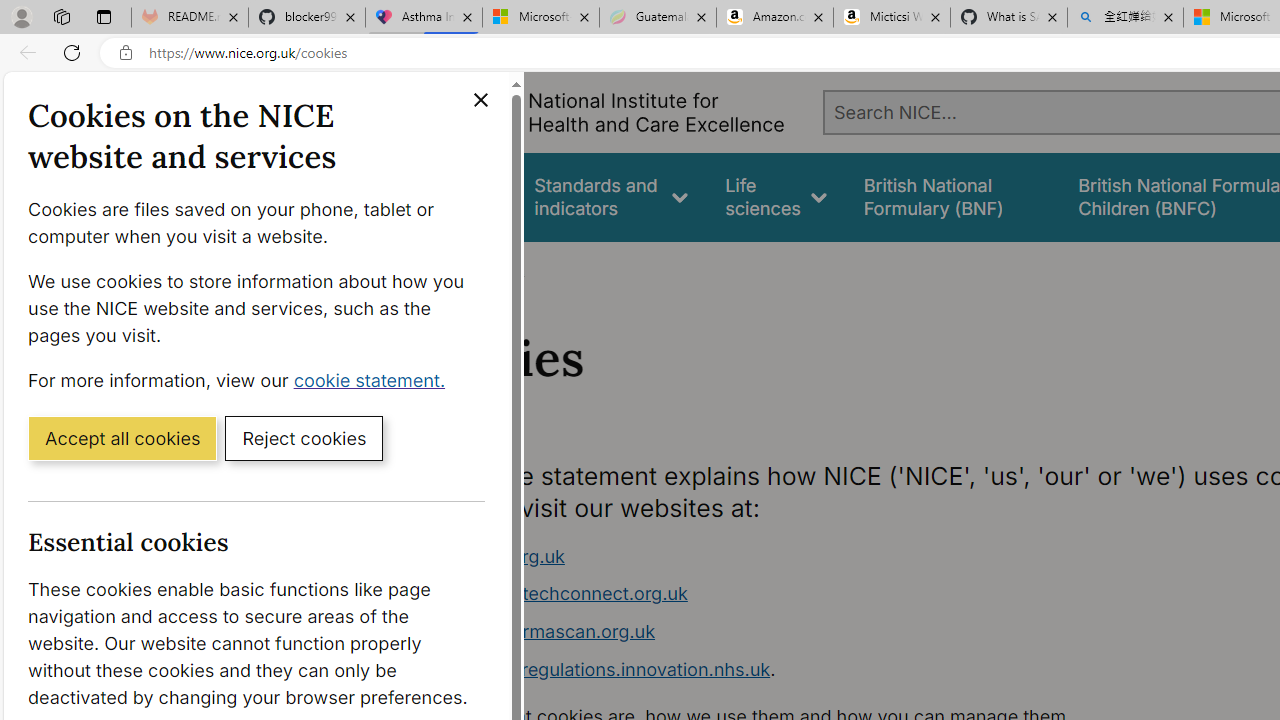 The image size is (1280, 720). What do you see at coordinates (423, 17) in the screenshot?
I see `'Asthma Inhalers: Names and Types'` at bounding box center [423, 17].